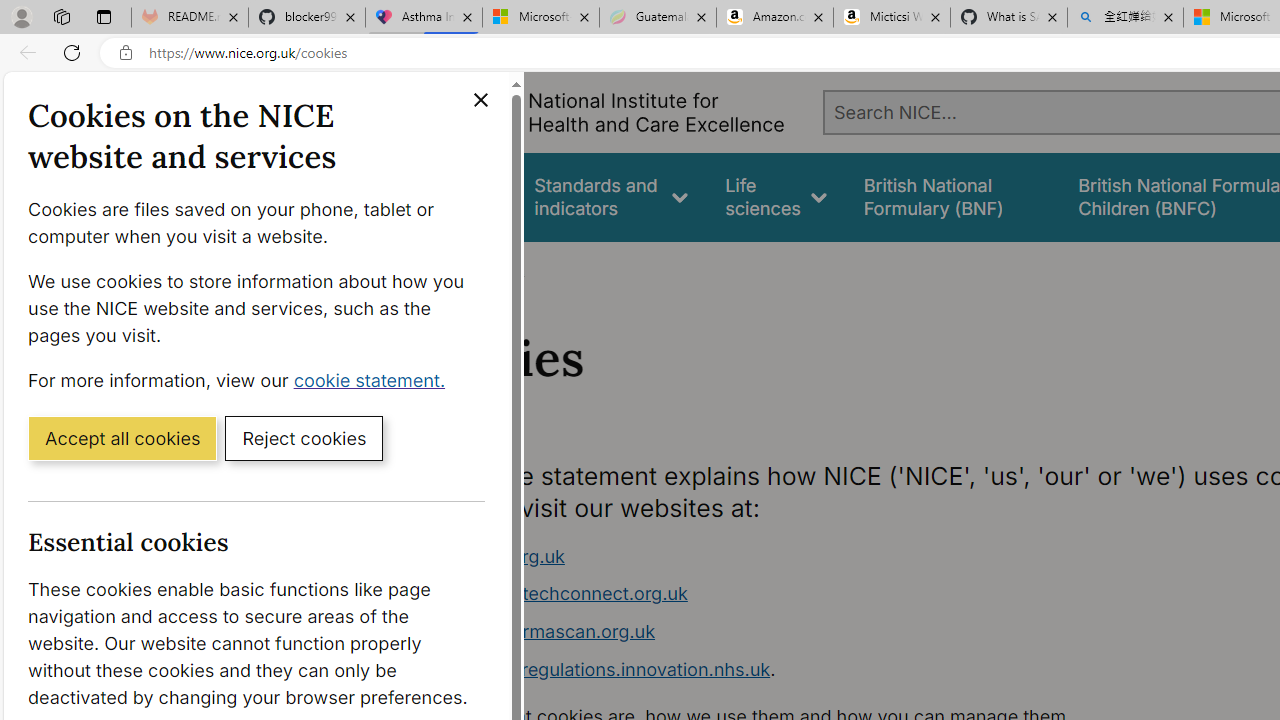 The image size is (1280, 720). What do you see at coordinates (423, 17) in the screenshot?
I see `'Asthma Inhalers: Names and Types'` at bounding box center [423, 17].